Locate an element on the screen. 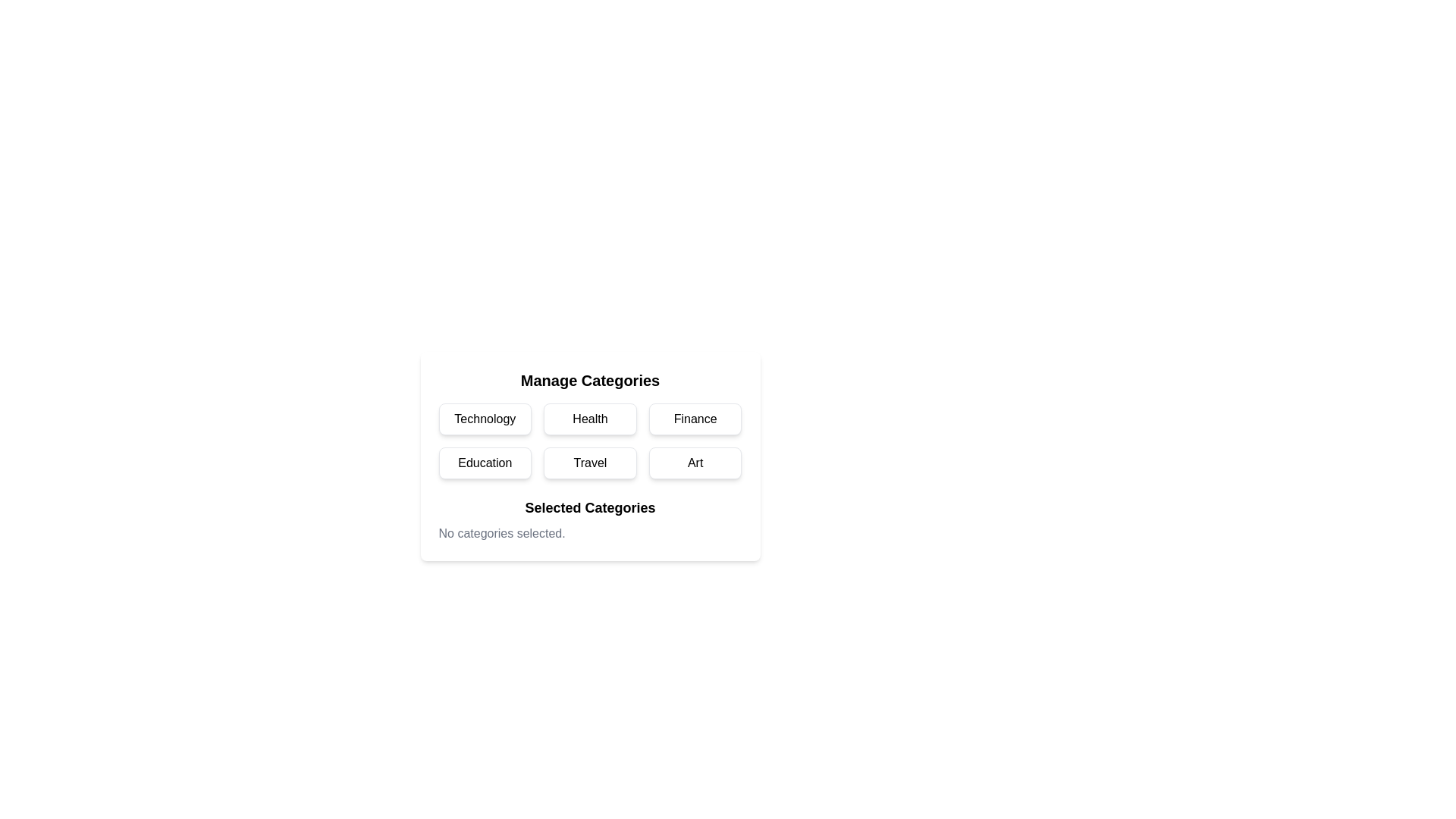  the 'Finance' button, which is a rectangular button with a white background and labeled in black text, to trigger visual feedback is located at coordinates (695, 419).